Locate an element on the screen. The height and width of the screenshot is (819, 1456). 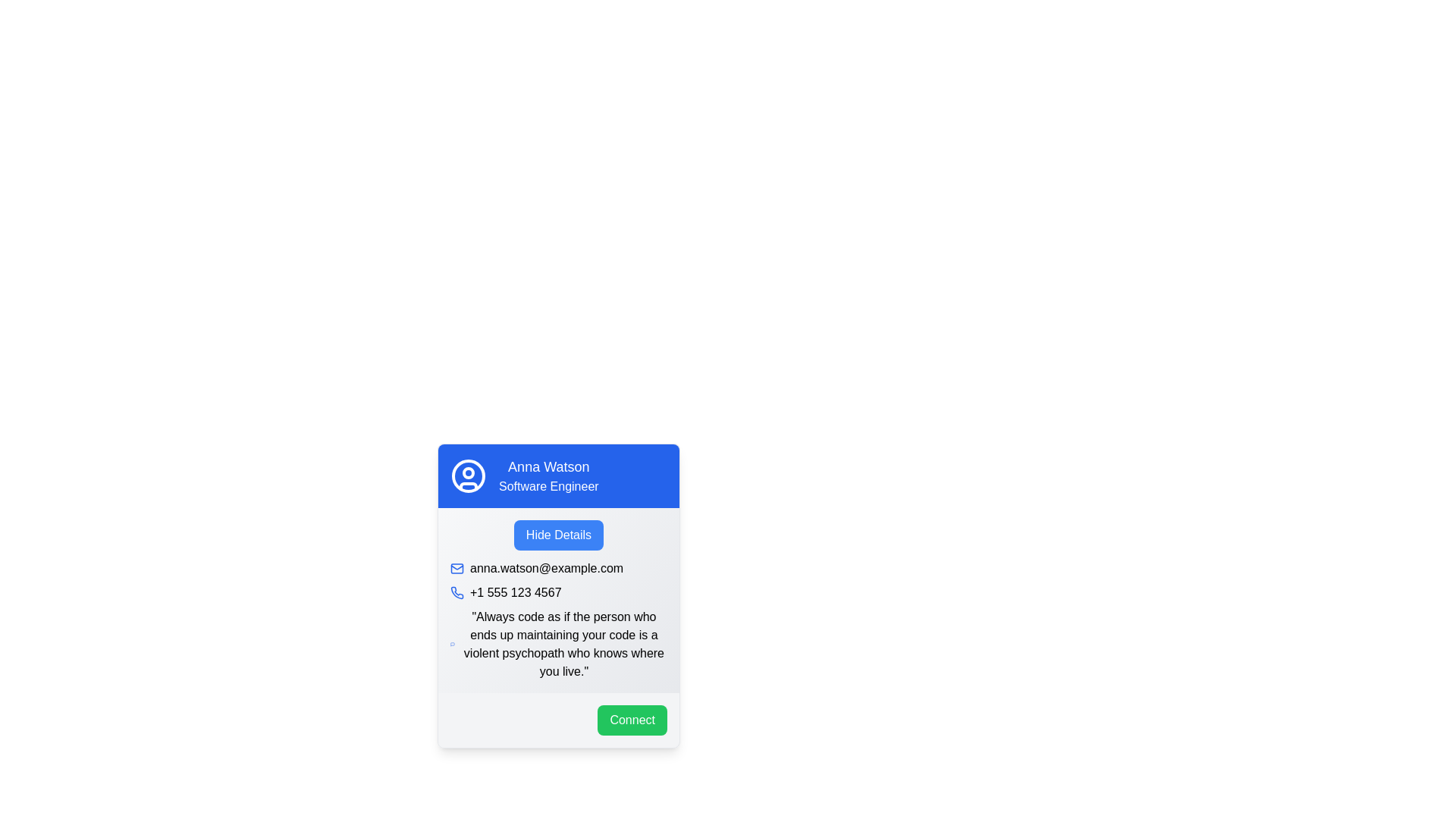
the phone icon that represents calling functionality, located to the left of the text '+1 555 123 4567' is located at coordinates (457, 592).